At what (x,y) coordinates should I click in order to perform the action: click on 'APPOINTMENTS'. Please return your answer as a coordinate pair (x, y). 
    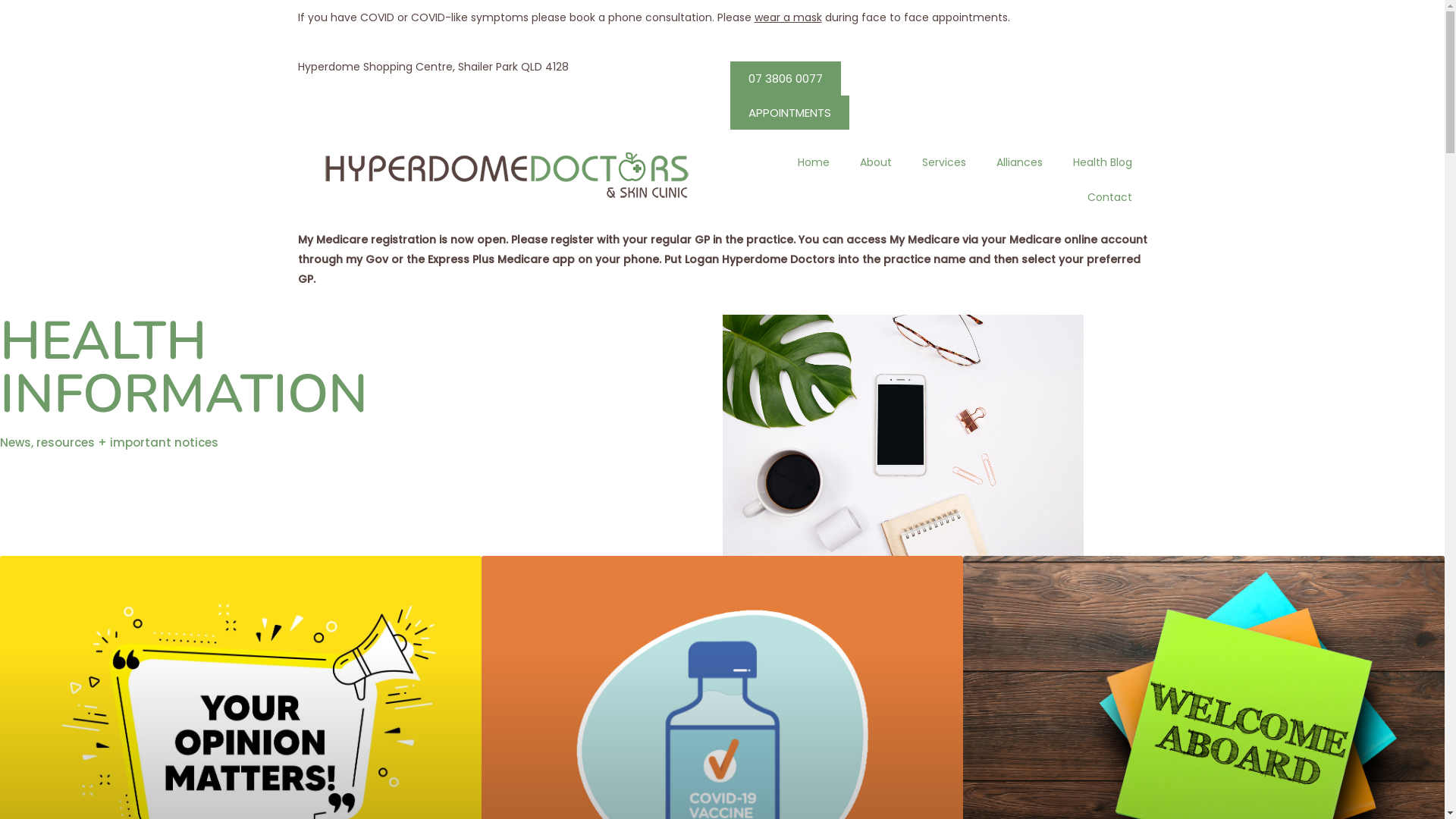
    Looking at the image, I should click on (789, 111).